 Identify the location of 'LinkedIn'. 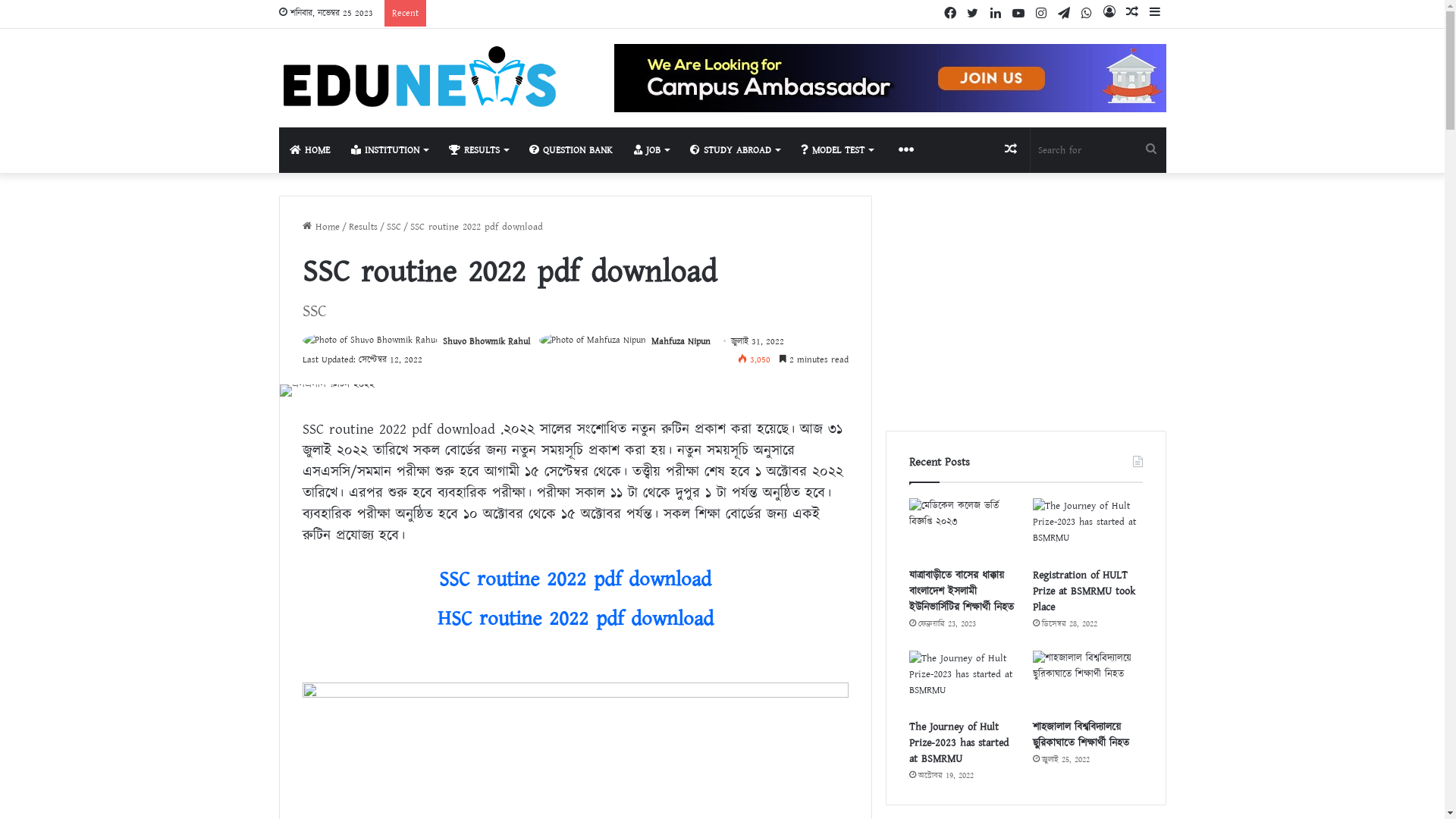
(996, 14).